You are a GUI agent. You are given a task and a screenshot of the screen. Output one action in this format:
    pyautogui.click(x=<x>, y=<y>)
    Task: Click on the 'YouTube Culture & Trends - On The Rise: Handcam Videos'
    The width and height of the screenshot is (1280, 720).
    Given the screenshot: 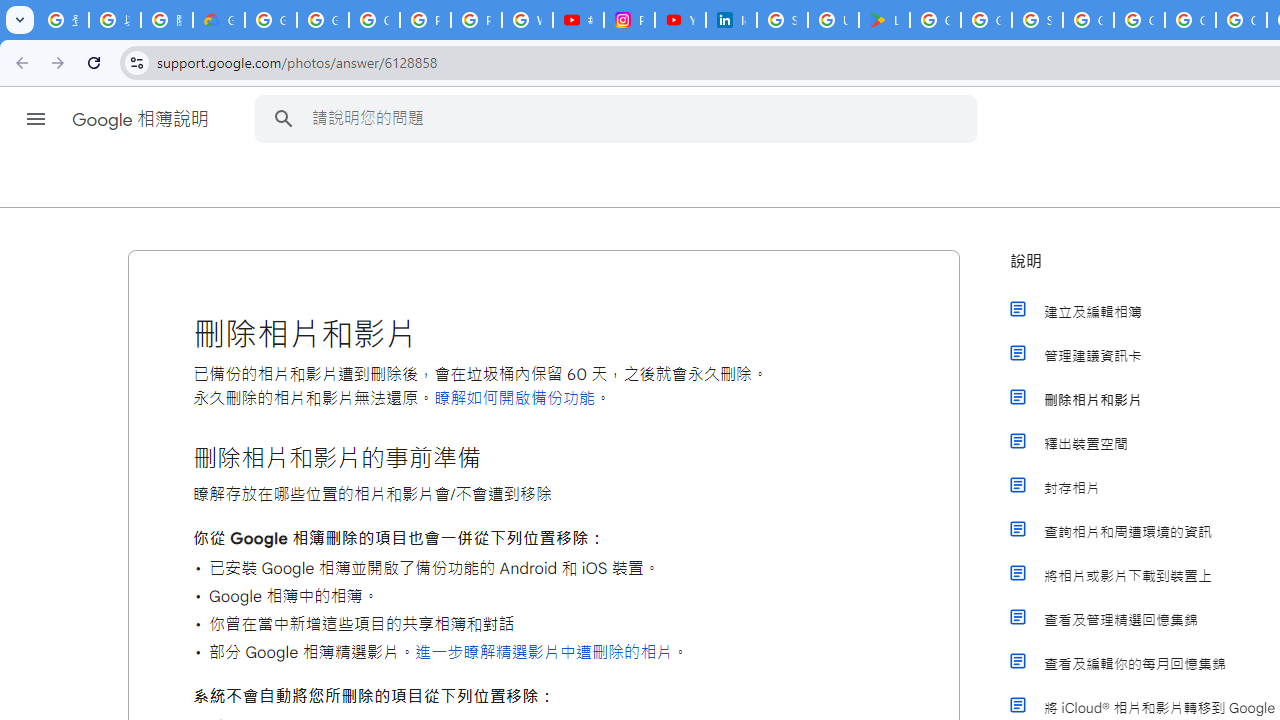 What is the action you would take?
    pyautogui.click(x=680, y=20)
    